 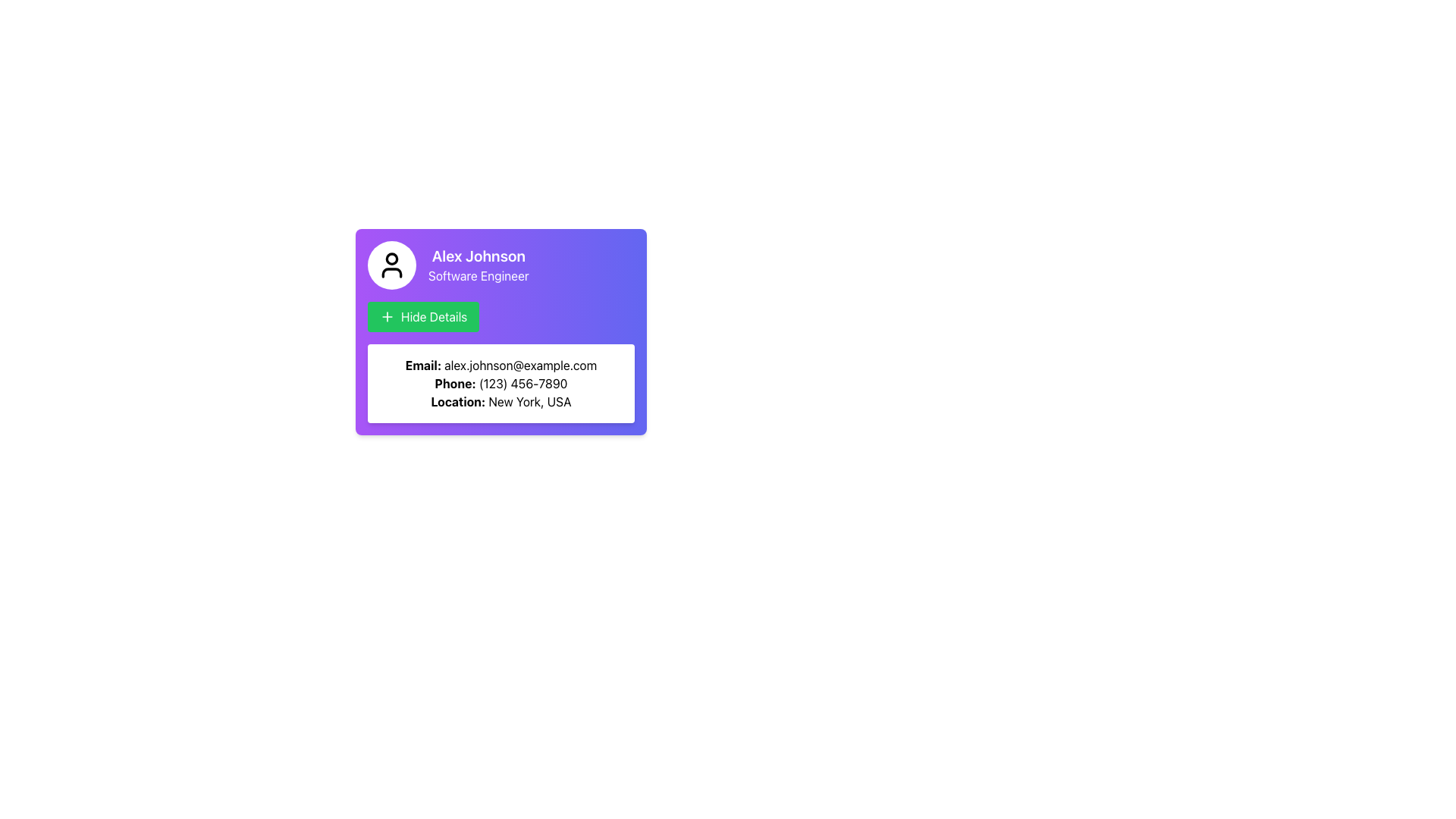 What do you see at coordinates (423, 366) in the screenshot?
I see `the text label that reads 'Email:' which is bold and positioned above the email address 'alex.johnson@example.com' in the user details panel` at bounding box center [423, 366].